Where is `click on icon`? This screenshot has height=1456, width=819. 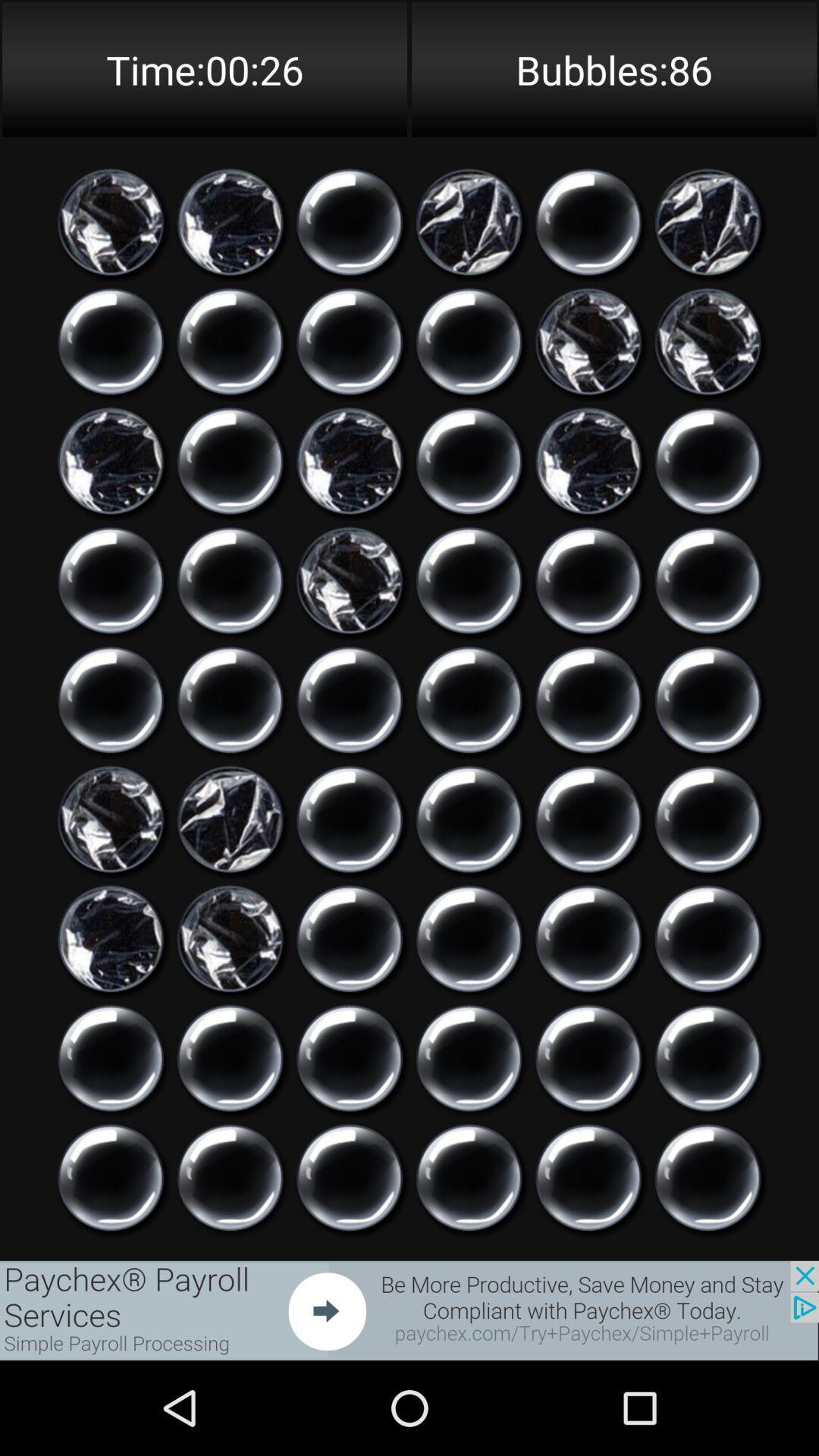 click on icon is located at coordinates (230, 818).